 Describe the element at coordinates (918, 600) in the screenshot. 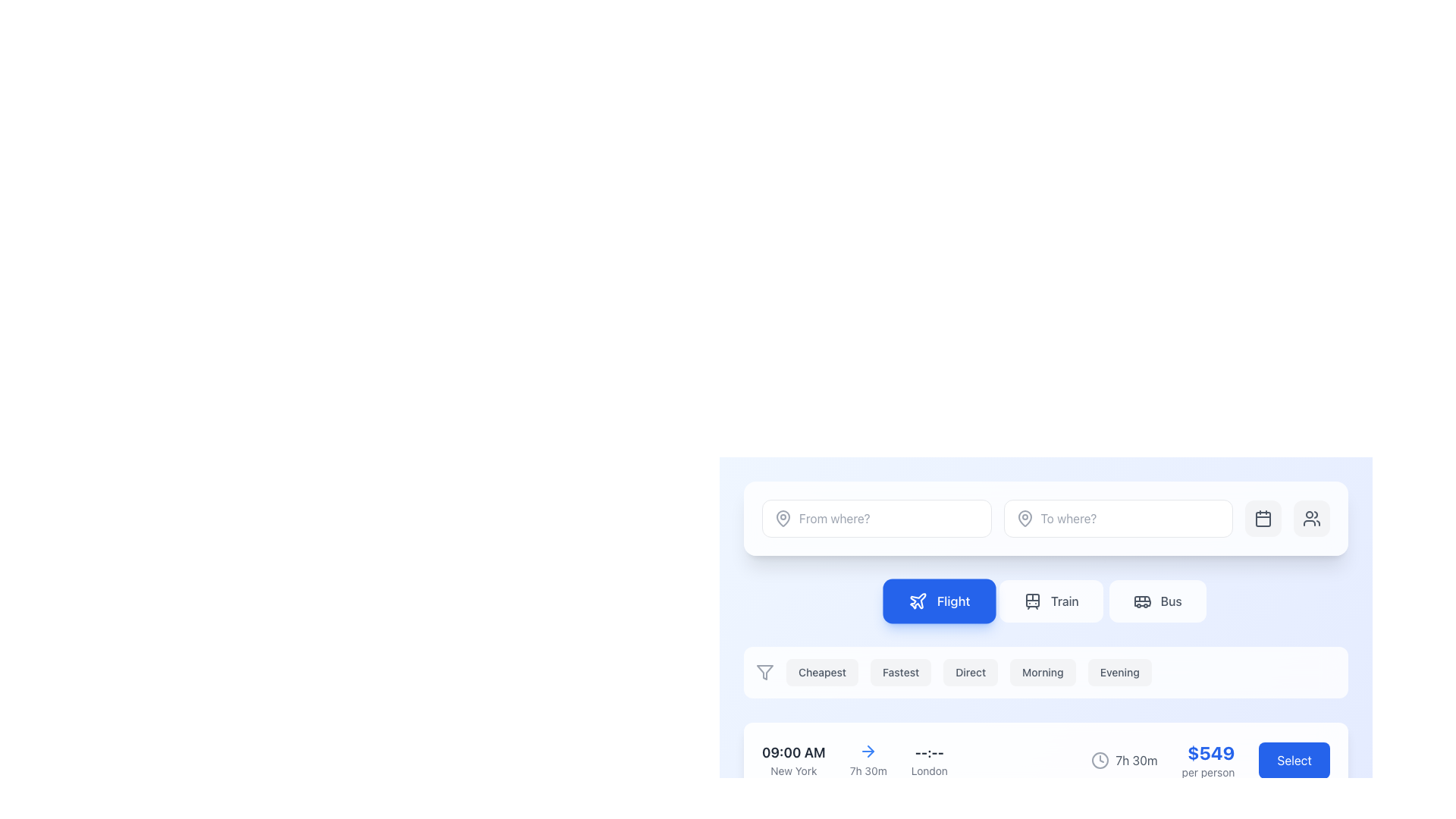

I see `the blue rectangular button representing the 'Flight' option in the transportation modes selector` at that location.